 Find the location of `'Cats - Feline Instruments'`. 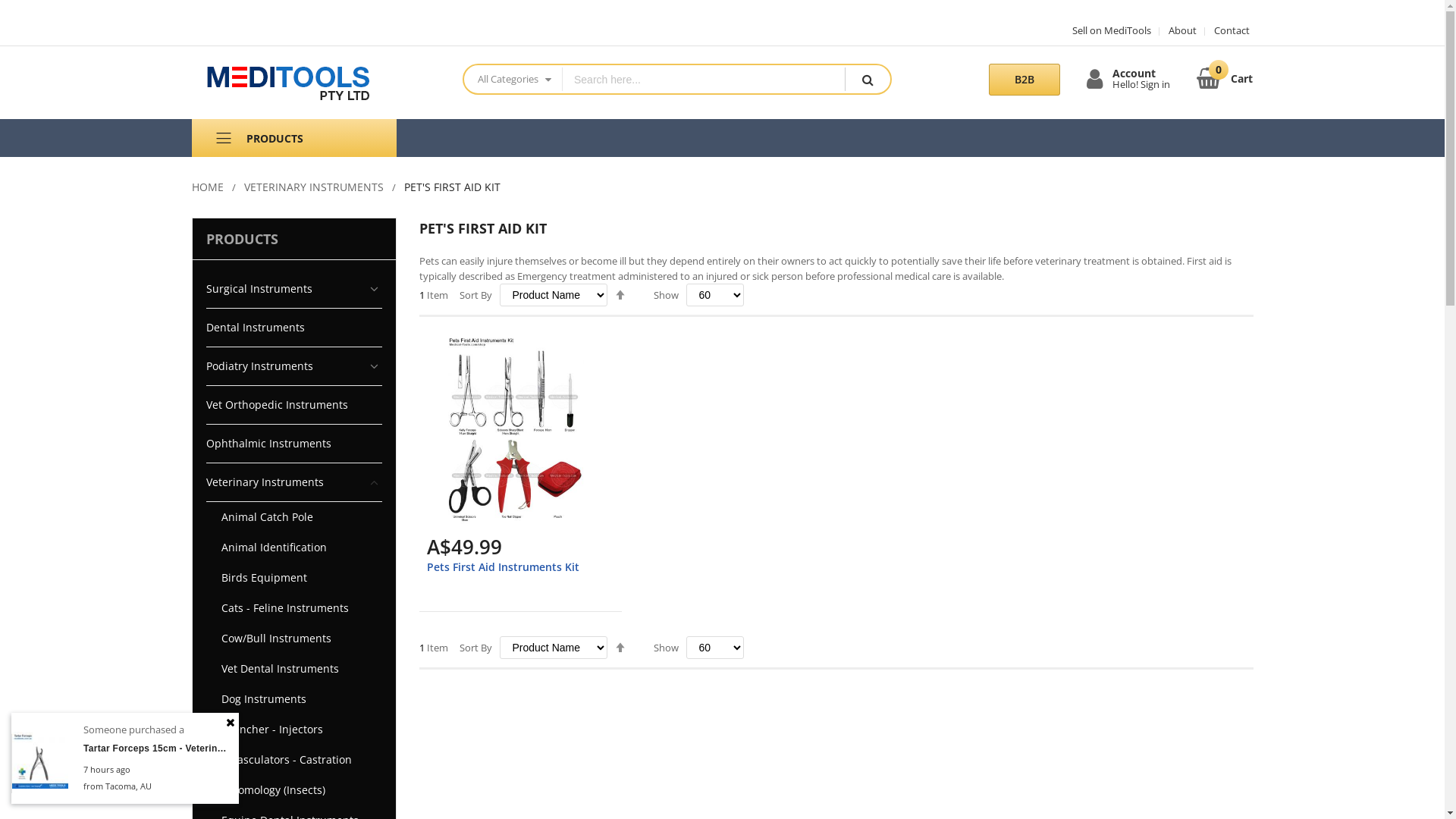

'Cats - Feline Instruments' is located at coordinates (294, 607).